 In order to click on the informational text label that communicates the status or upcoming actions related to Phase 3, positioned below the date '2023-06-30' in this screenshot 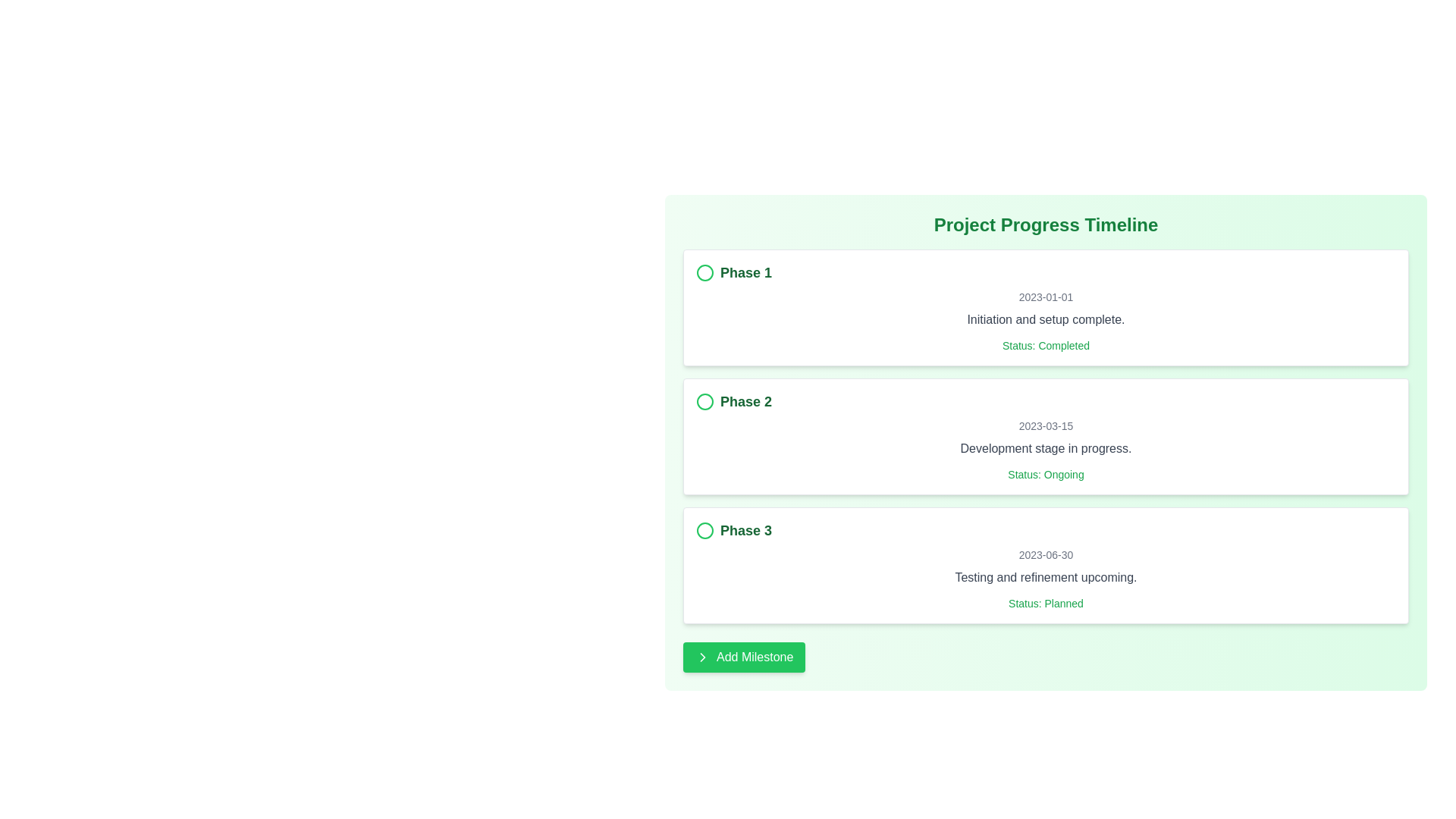, I will do `click(1045, 578)`.